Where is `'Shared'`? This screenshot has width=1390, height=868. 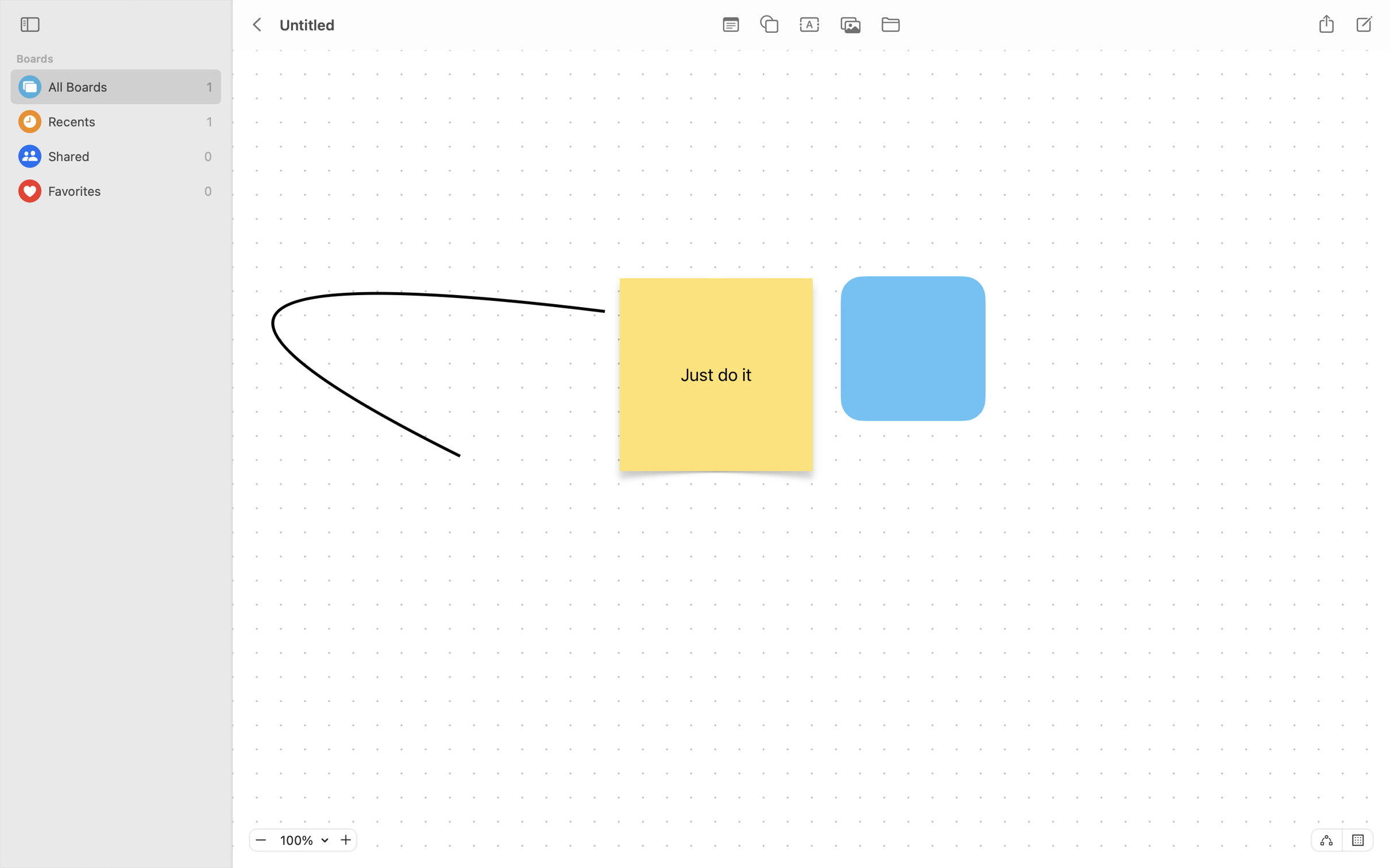
'Shared' is located at coordinates (123, 156).